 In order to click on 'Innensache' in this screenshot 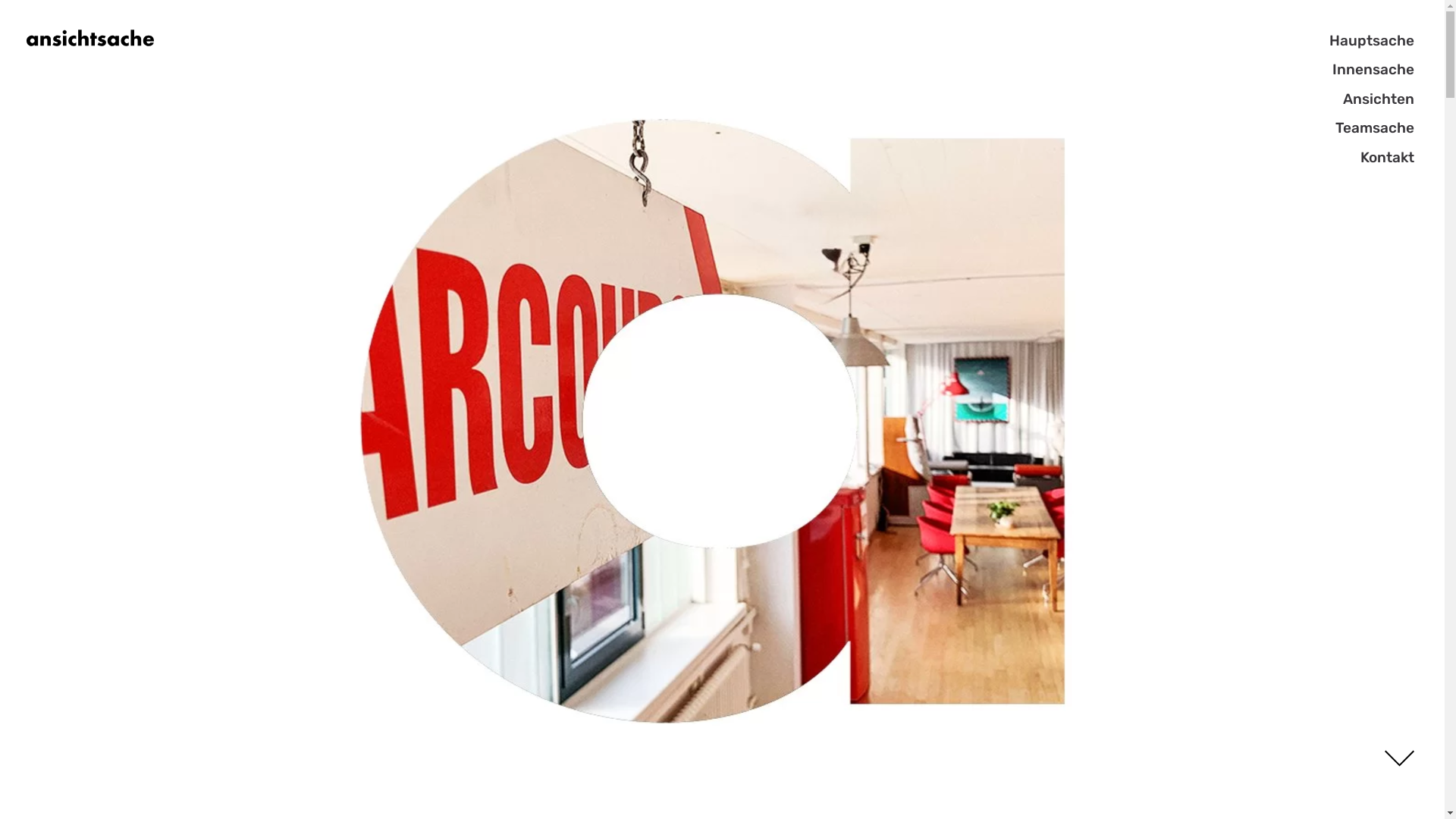, I will do `click(1382, 70)`.